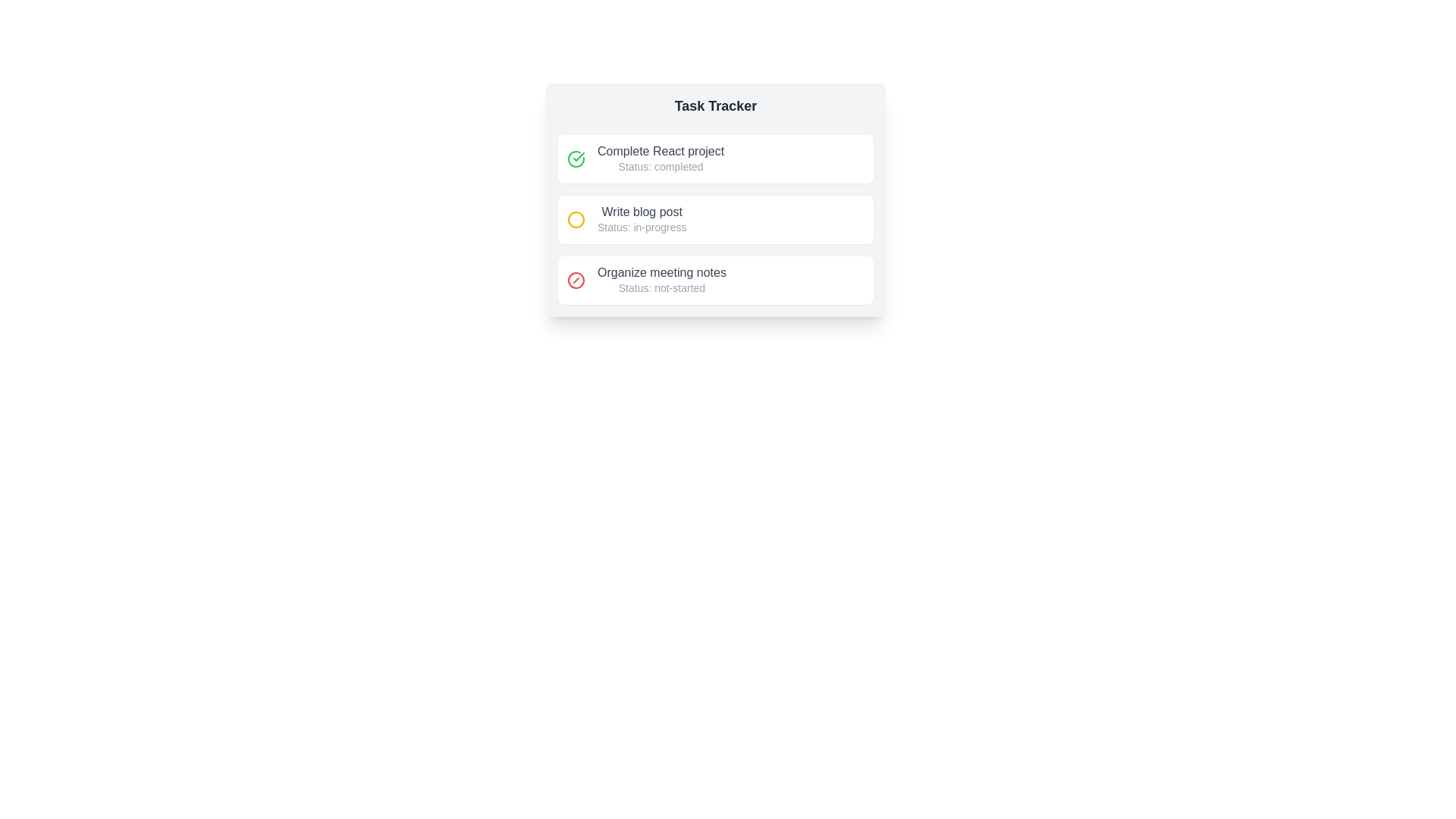  What do you see at coordinates (662, 271) in the screenshot?
I see `the Text Label that describes the task titled 'Organize meeting notes' in the task tracker application` at bounding box center [662, 271].